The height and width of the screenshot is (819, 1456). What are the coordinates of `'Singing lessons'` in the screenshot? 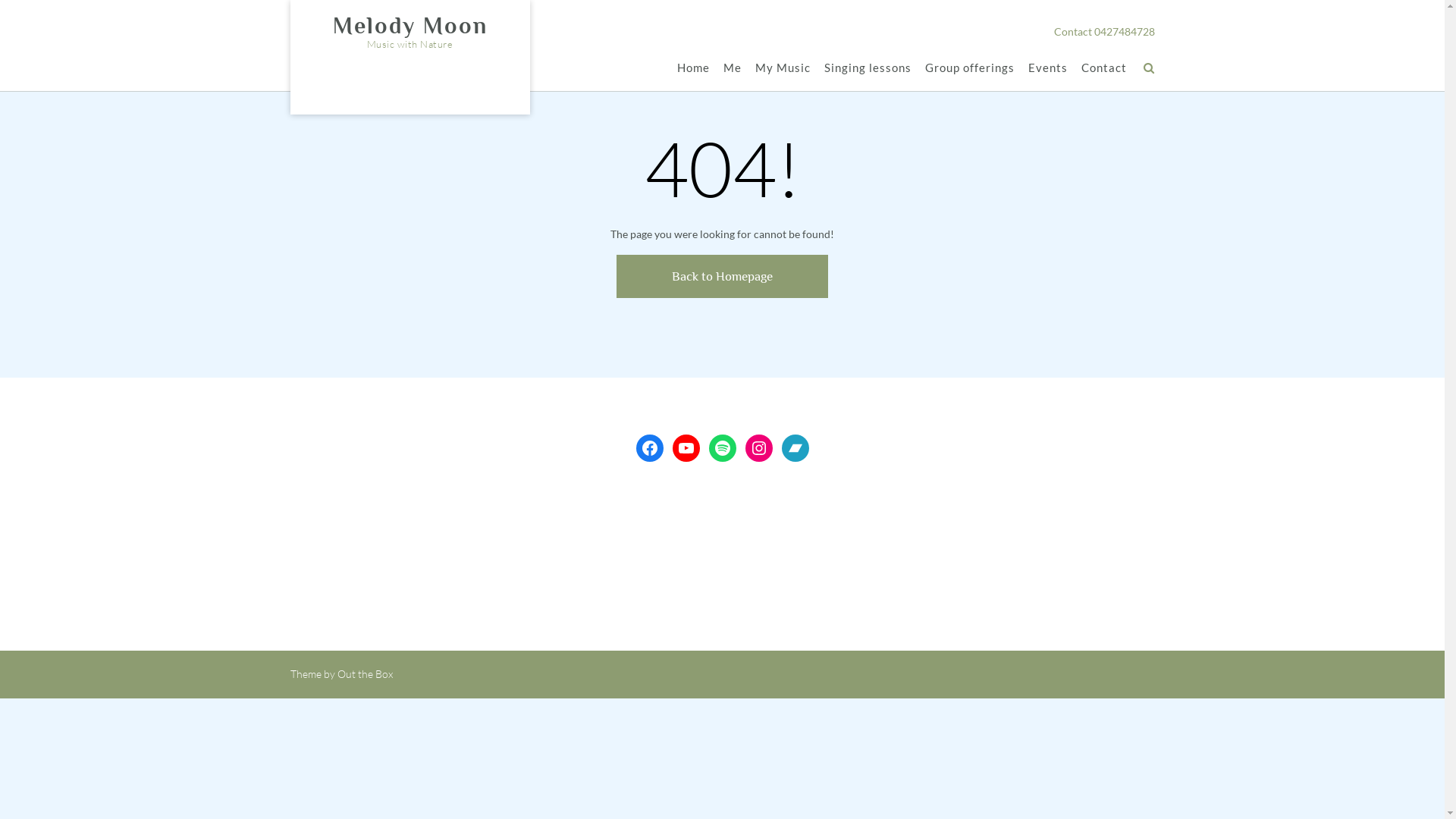 It's located at (867, 67).